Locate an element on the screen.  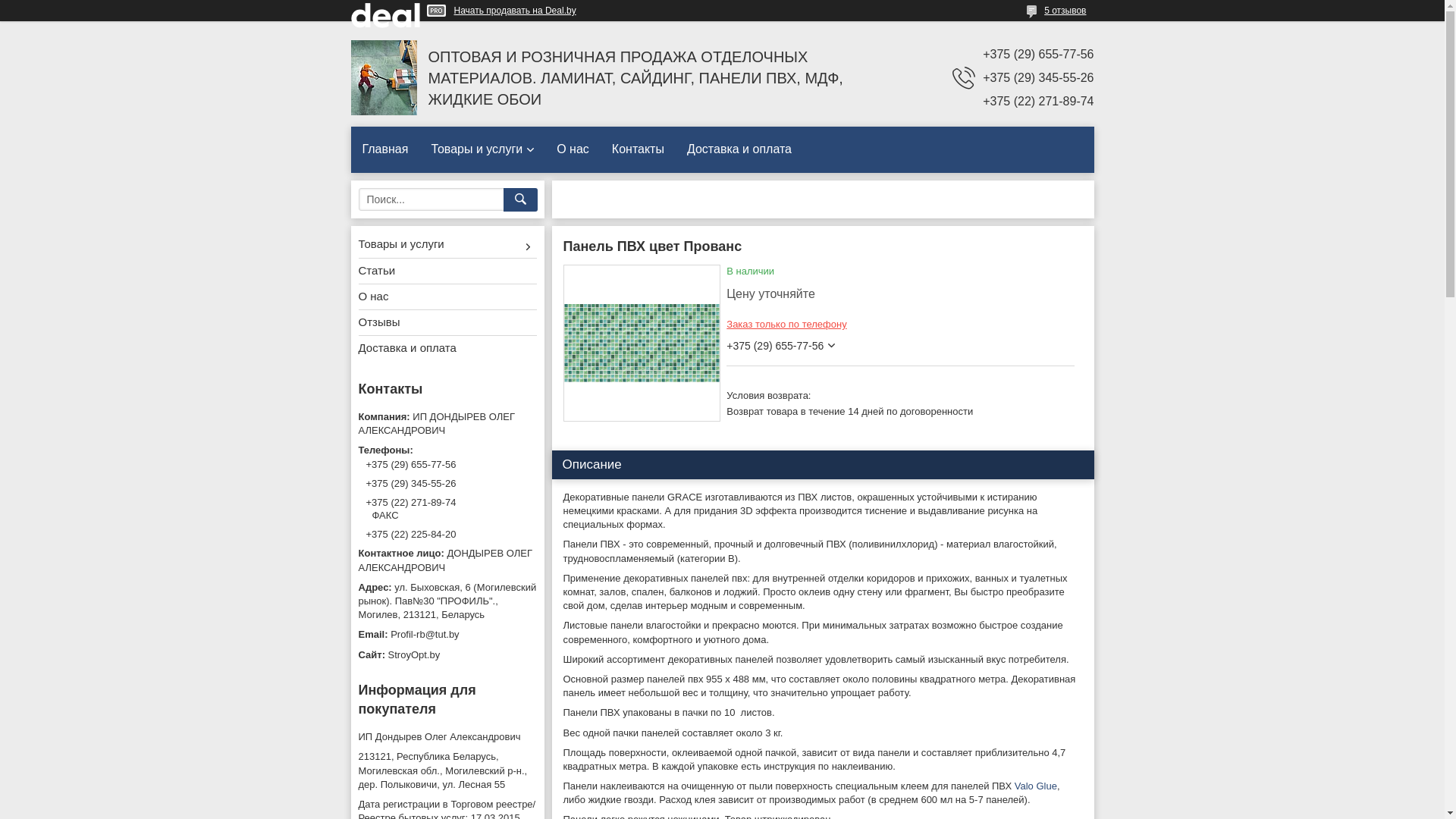
'Valo Glue' is located at coordinates (1015, 785).